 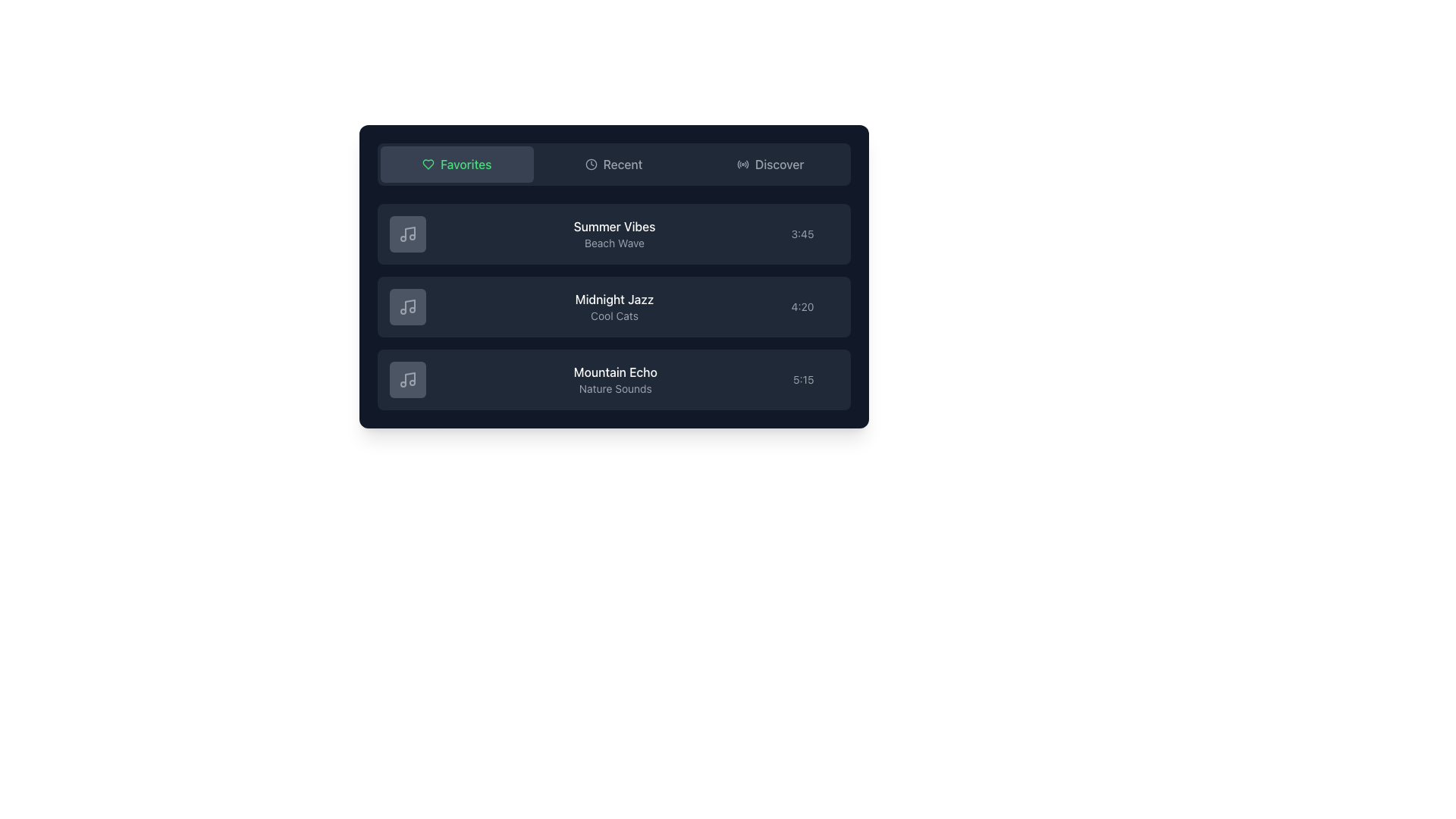 What do you see at coordinates (770, 164) in the screenshot?
I see `the 'Discover' button, which is the third button in the navigation bar` at bounding box center [770, 164].